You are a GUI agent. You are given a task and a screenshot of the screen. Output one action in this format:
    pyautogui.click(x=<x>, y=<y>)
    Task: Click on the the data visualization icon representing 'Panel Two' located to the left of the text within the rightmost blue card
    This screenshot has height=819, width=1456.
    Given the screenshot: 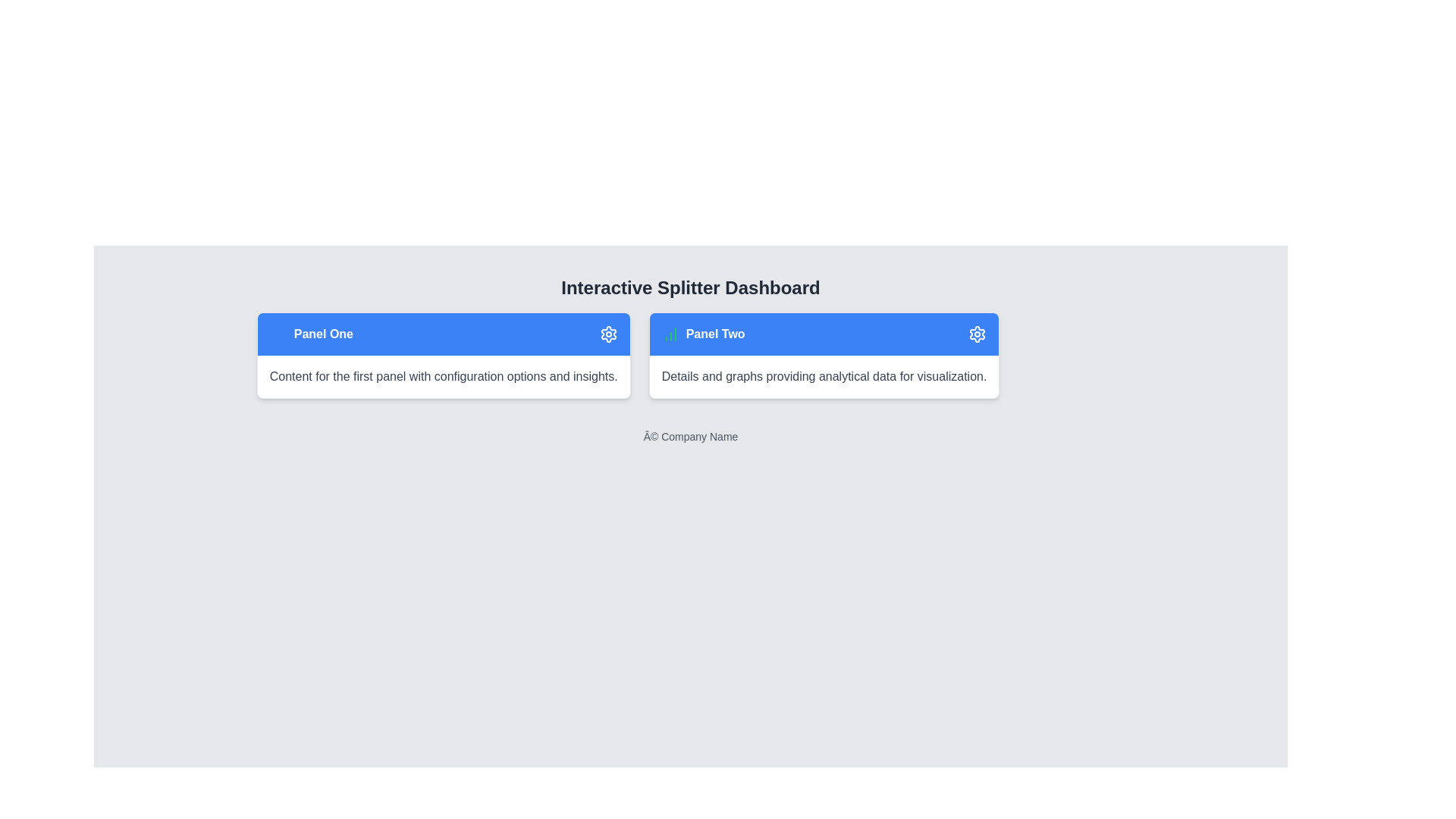 What is the action you would take?
    pyautogui.click(x=670, y=333)
    